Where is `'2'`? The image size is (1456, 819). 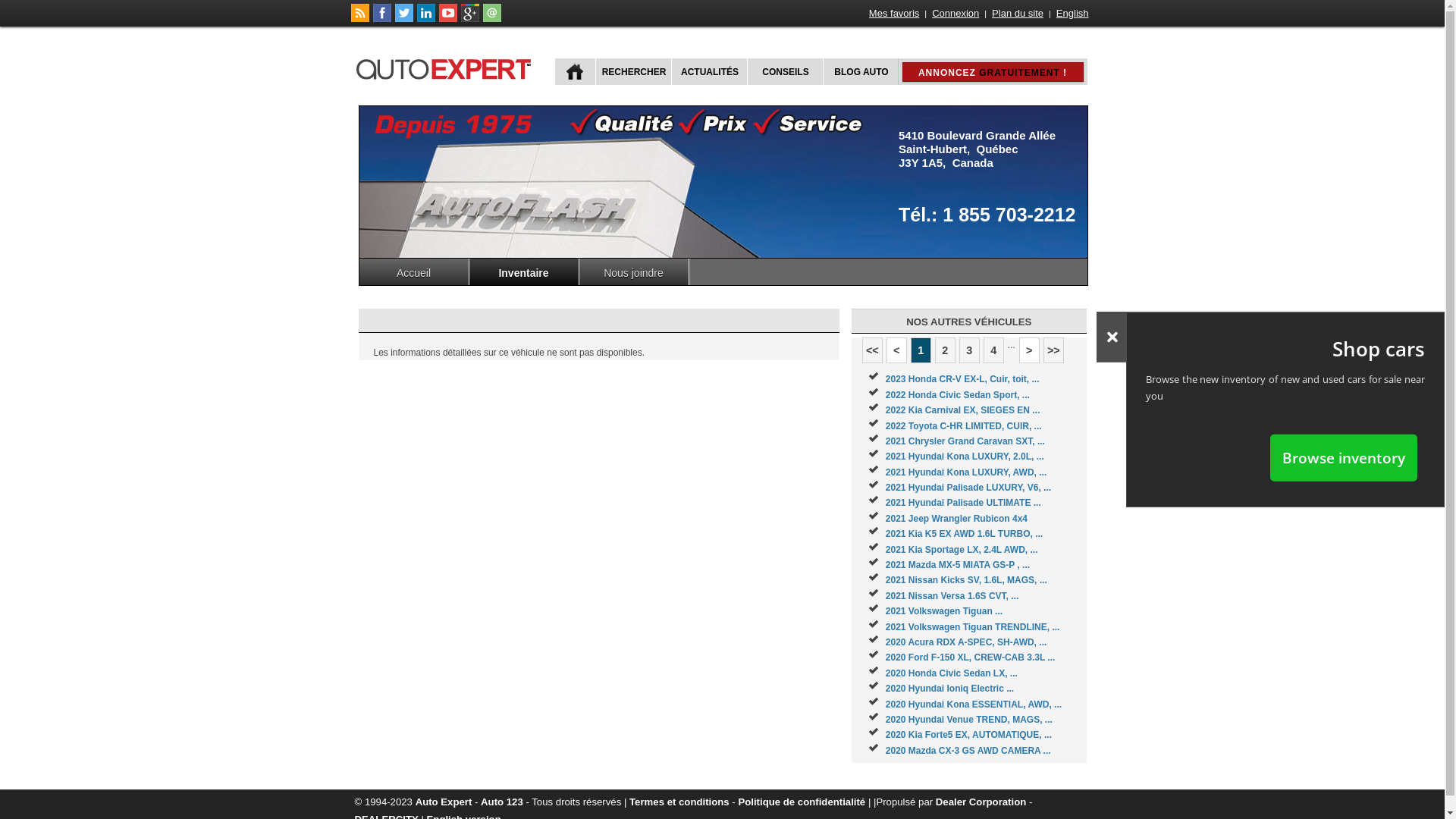
'2' is located at coordinates (944, 350).